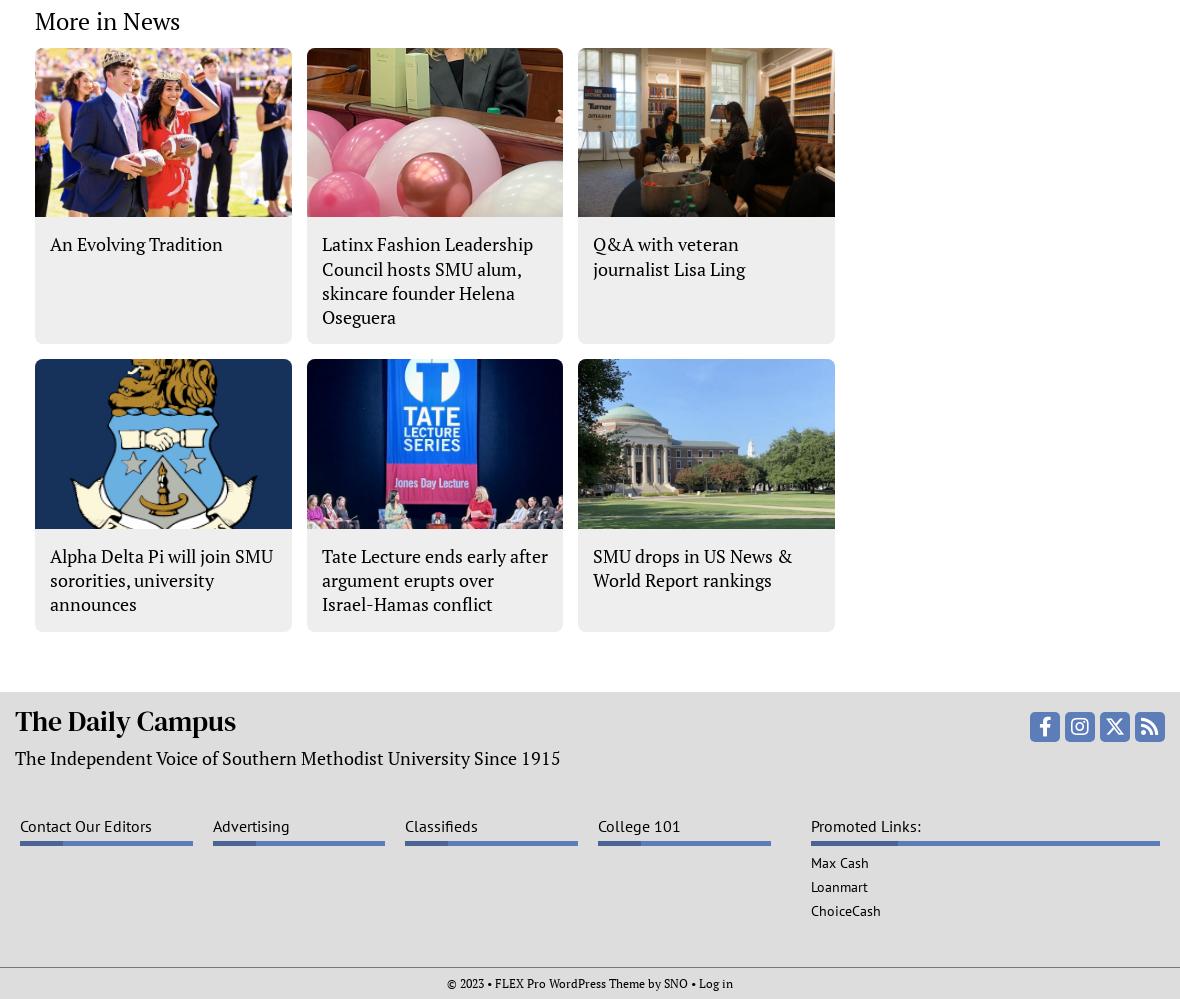  What do you see at coordinates (591, 567) in the screenshot?
I see `'SMU drops in US News & World Report rankings'` at bounding box center [591, 567].